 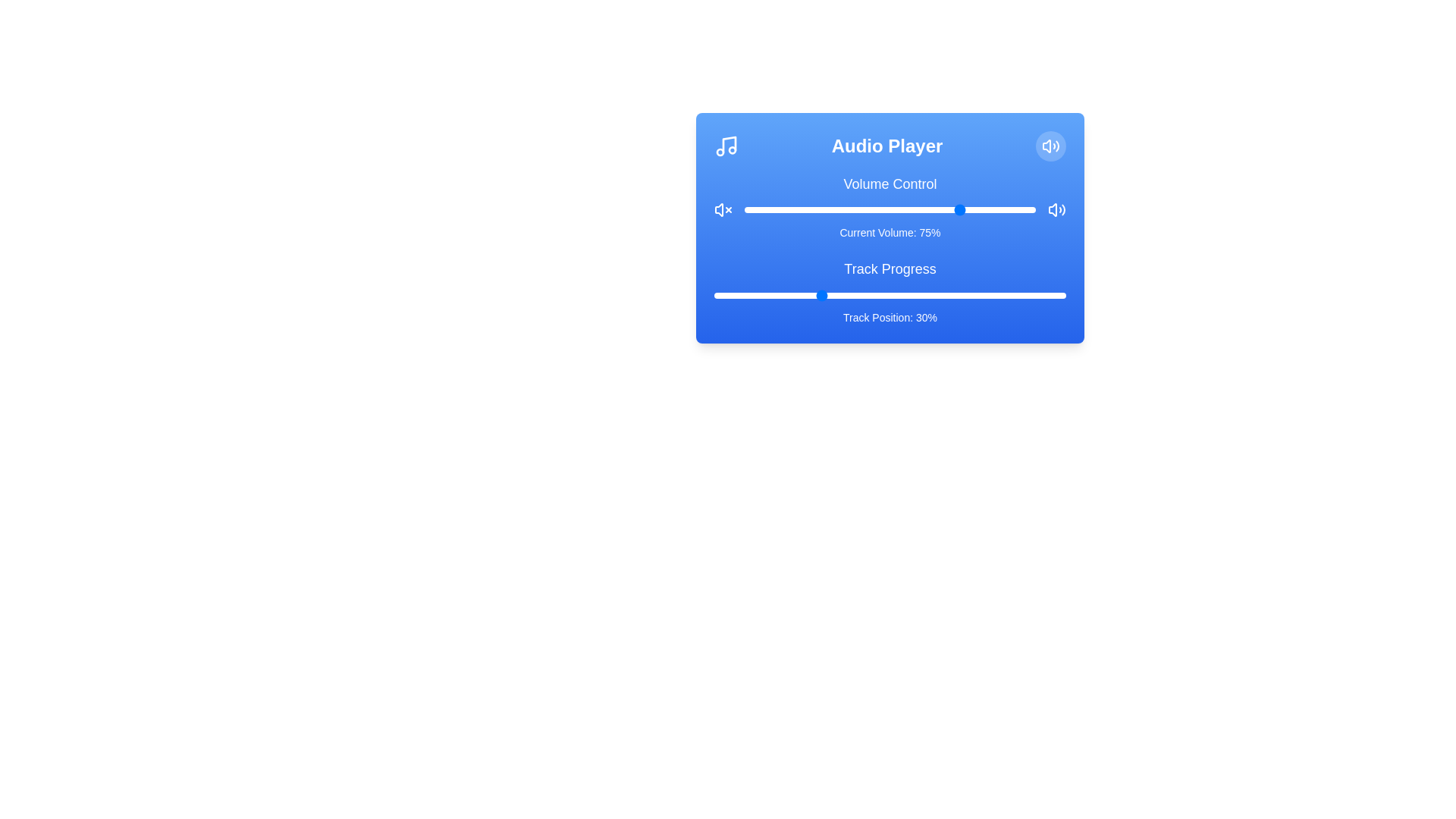 I want to click on text content of the label displaying 'Current Volume: 75%' located below the volume slider in the 'Audio Player' section, so click(x=890, y=233).